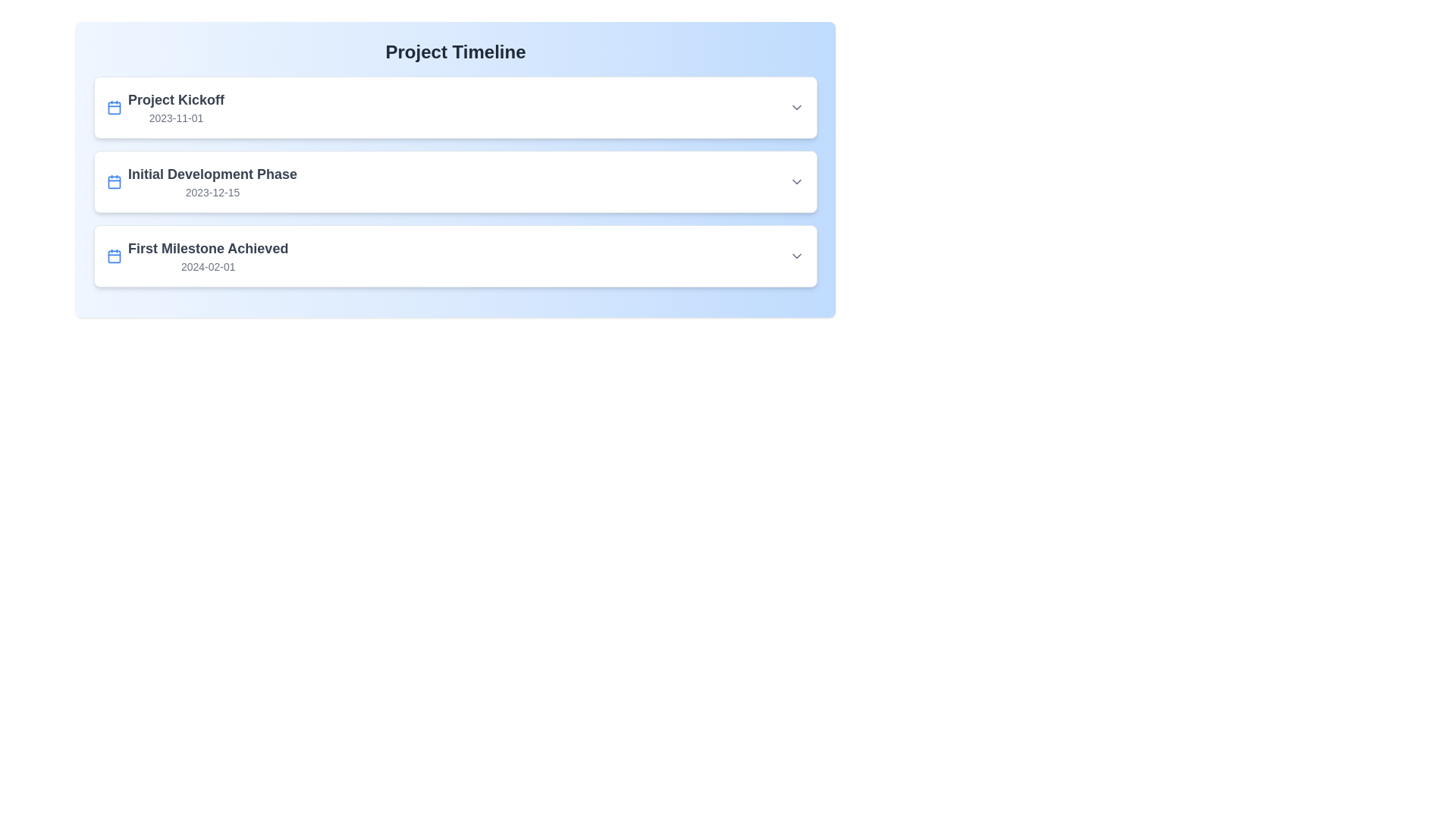 Image resolution: width=1456 pixels, height=819 pixels. What do you see at coordinates (207, 256) in the screenshot?
I see `the Compound text display titled 'First Milestone Achieved' that shows the date '2024-02-01', located in the 'Project Timeline' section, as the third entry in the list of milestones` at bounding box center [207, 256].